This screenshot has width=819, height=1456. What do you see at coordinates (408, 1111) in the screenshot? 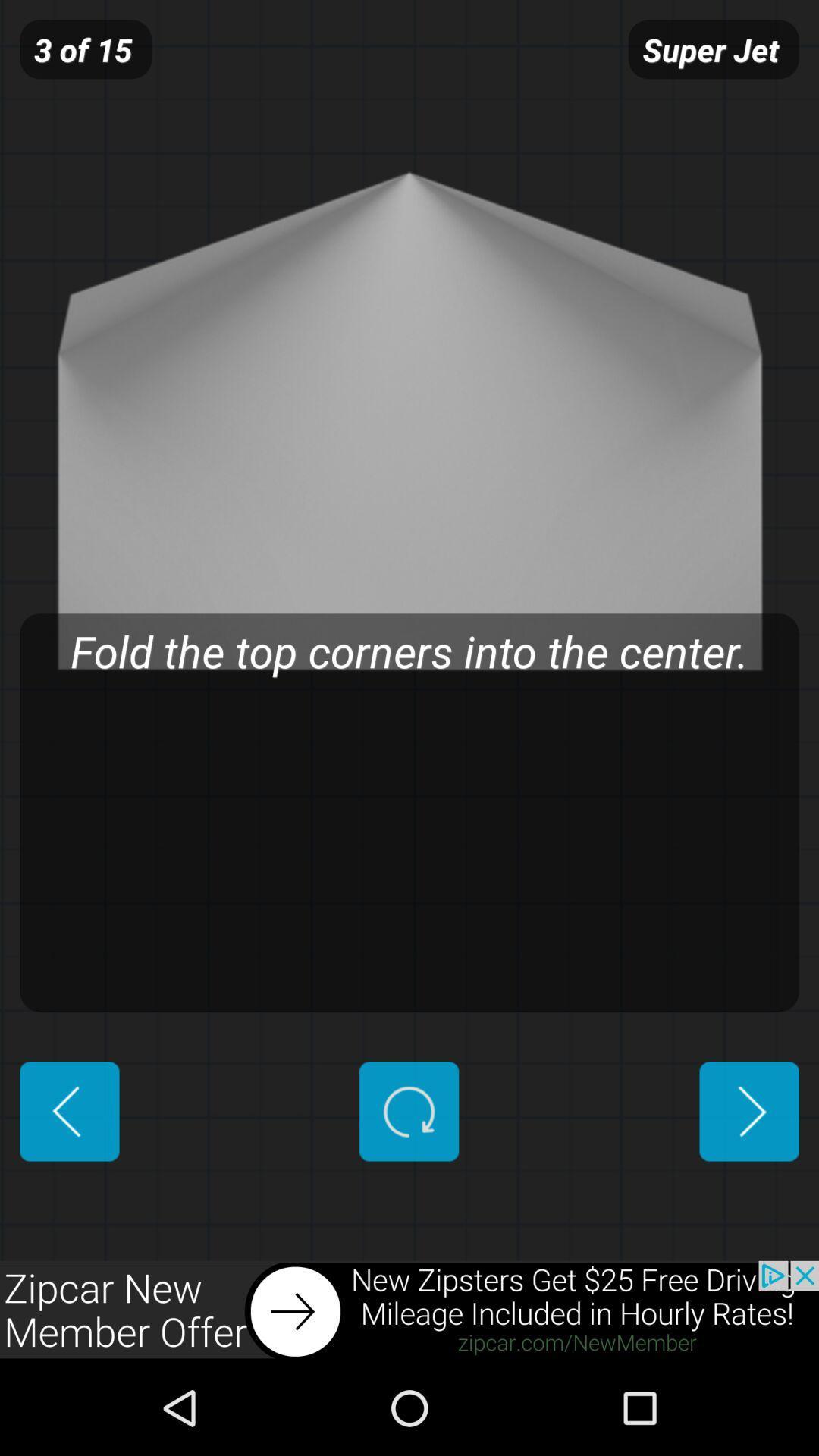
I see `refresh page` at bounding box center [408, 1111].